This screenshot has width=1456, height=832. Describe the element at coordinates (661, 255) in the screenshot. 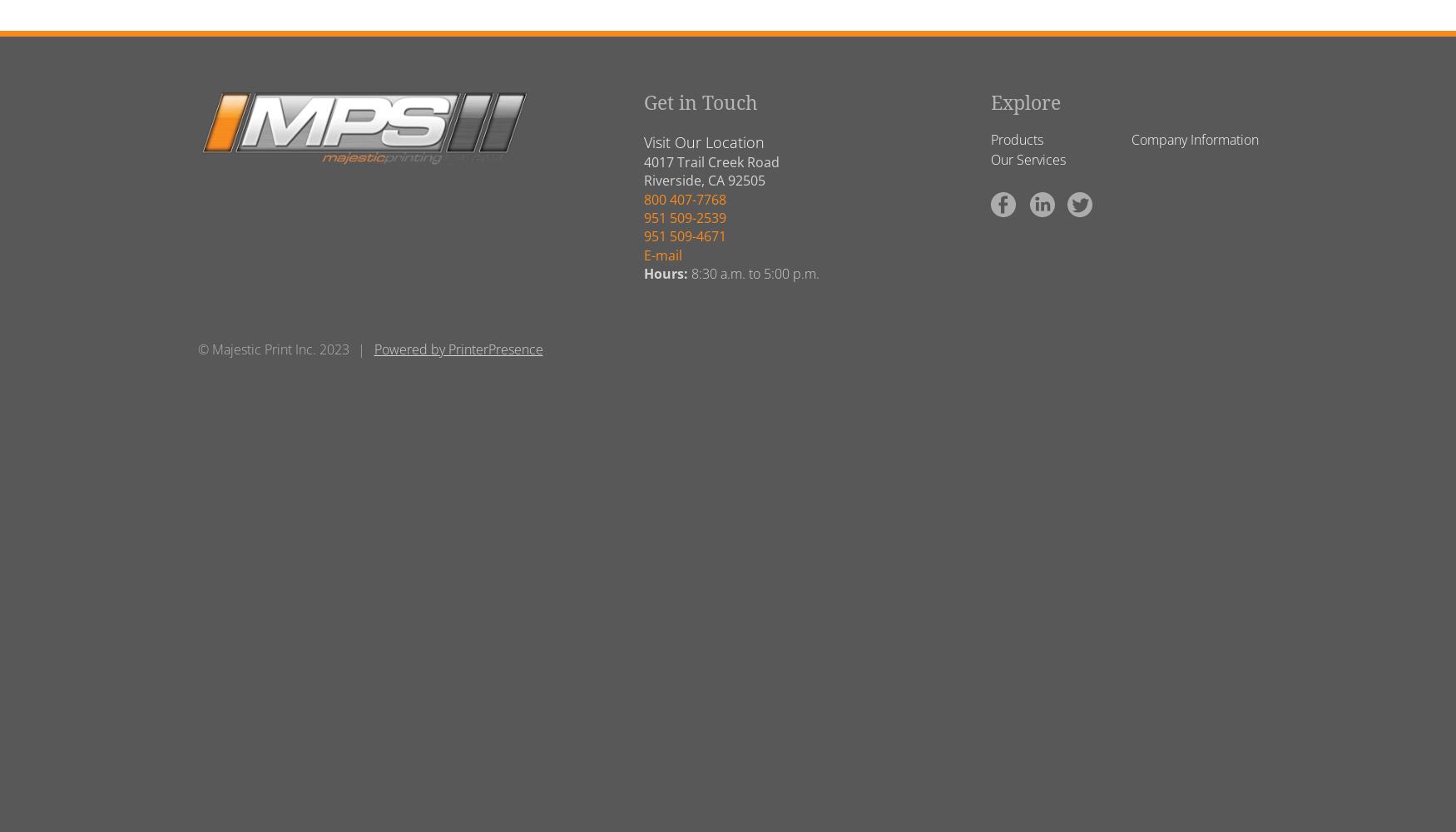

I see `'E-mail'` at that location.